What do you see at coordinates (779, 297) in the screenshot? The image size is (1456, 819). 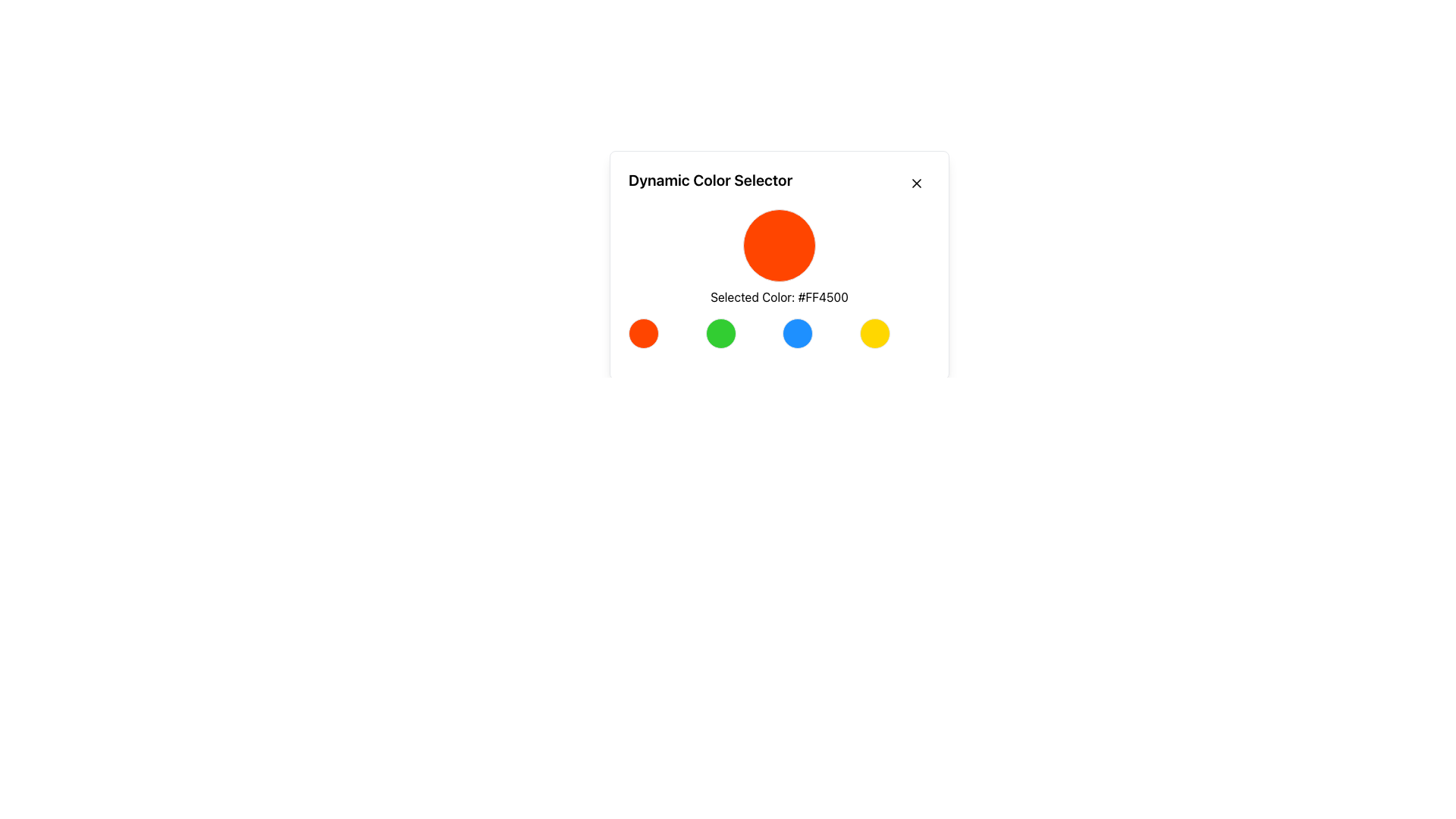 I see `the text label displaying 'Selected Color: #FF4500', which is center-aligned and located below a large orange circular element` at bounding box center [779, 297].